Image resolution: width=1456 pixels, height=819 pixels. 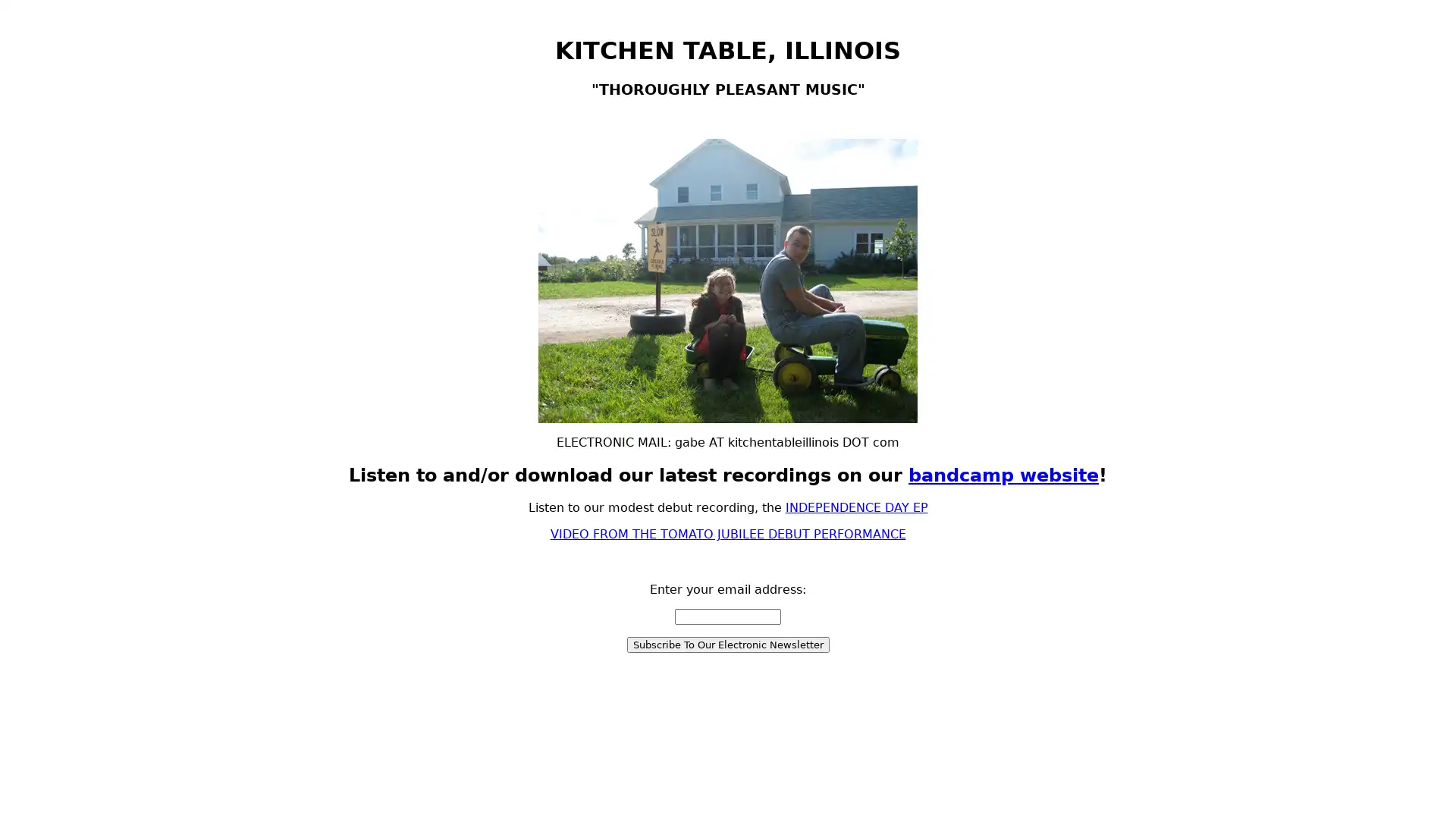 What do you see at coordinates (726, 645) in the screenshot?
I see `Subscribe To Our Electronic Newsletter` at bounding box center [726, 645].